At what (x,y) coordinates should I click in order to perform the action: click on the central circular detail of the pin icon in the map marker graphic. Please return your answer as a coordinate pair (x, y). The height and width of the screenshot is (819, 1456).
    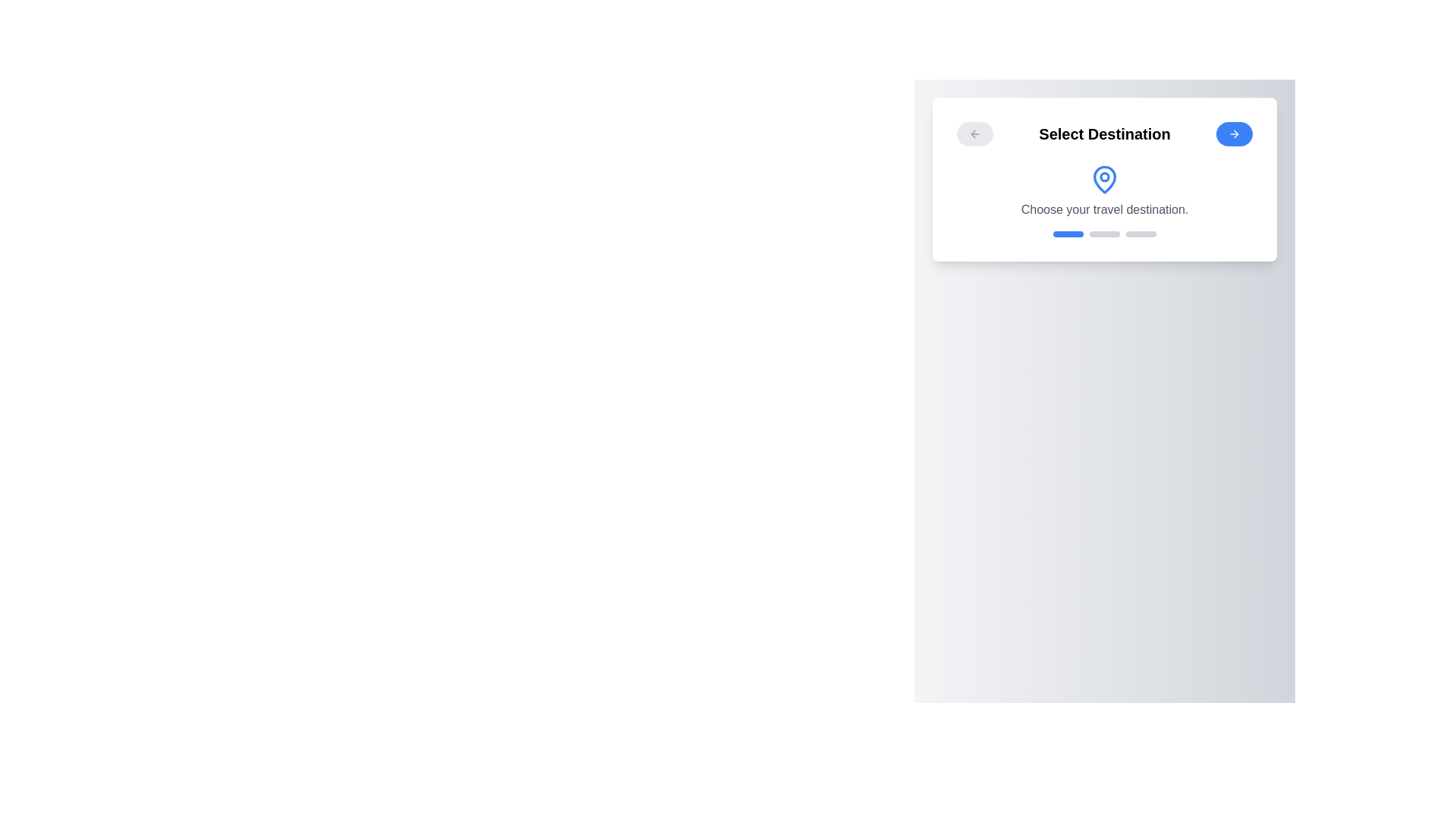
    Looking at the image, I should click on (1105, 175).